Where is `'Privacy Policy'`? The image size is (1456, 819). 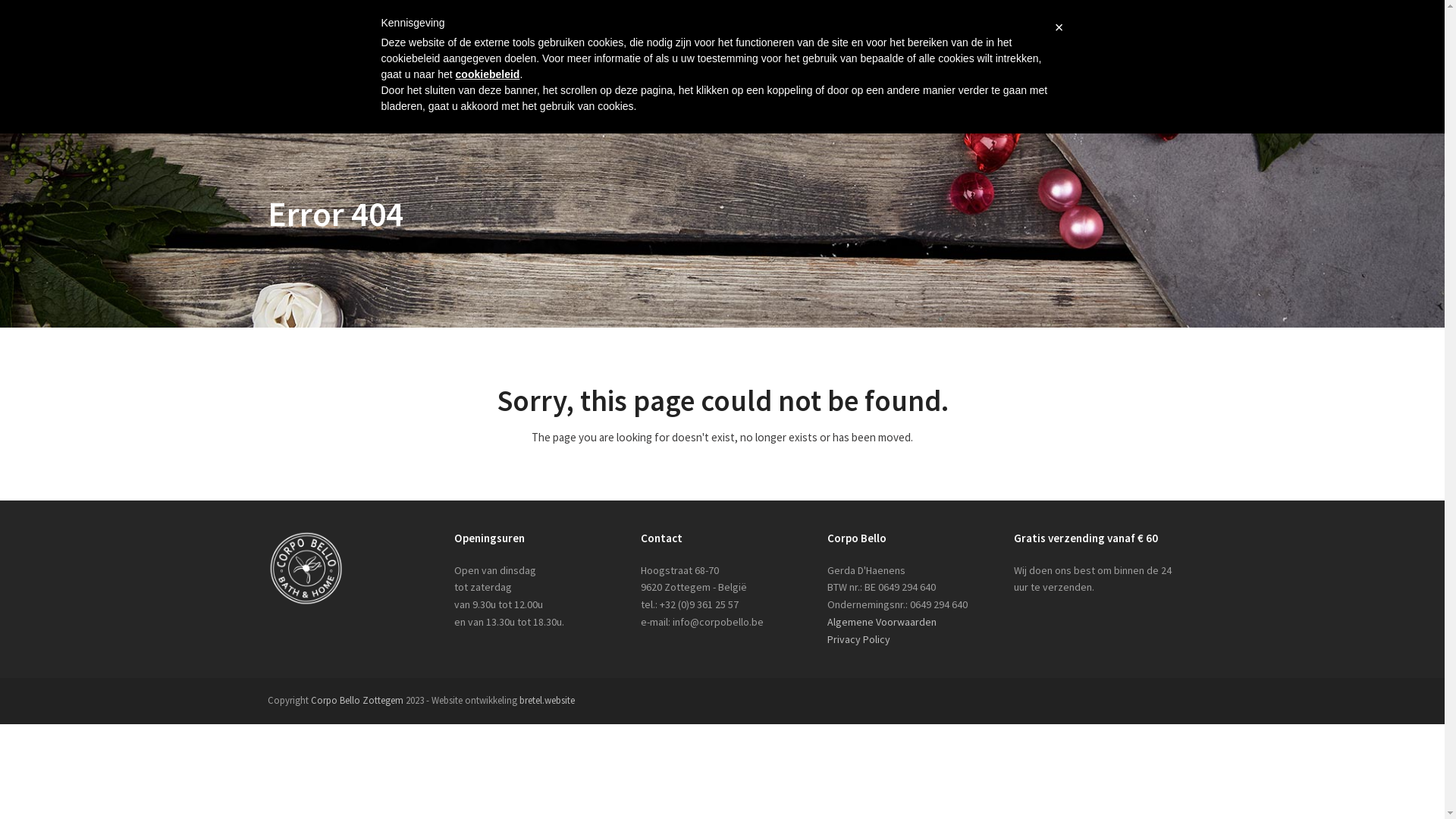
'Privacy Policy' is located at coordinates (825, 639).